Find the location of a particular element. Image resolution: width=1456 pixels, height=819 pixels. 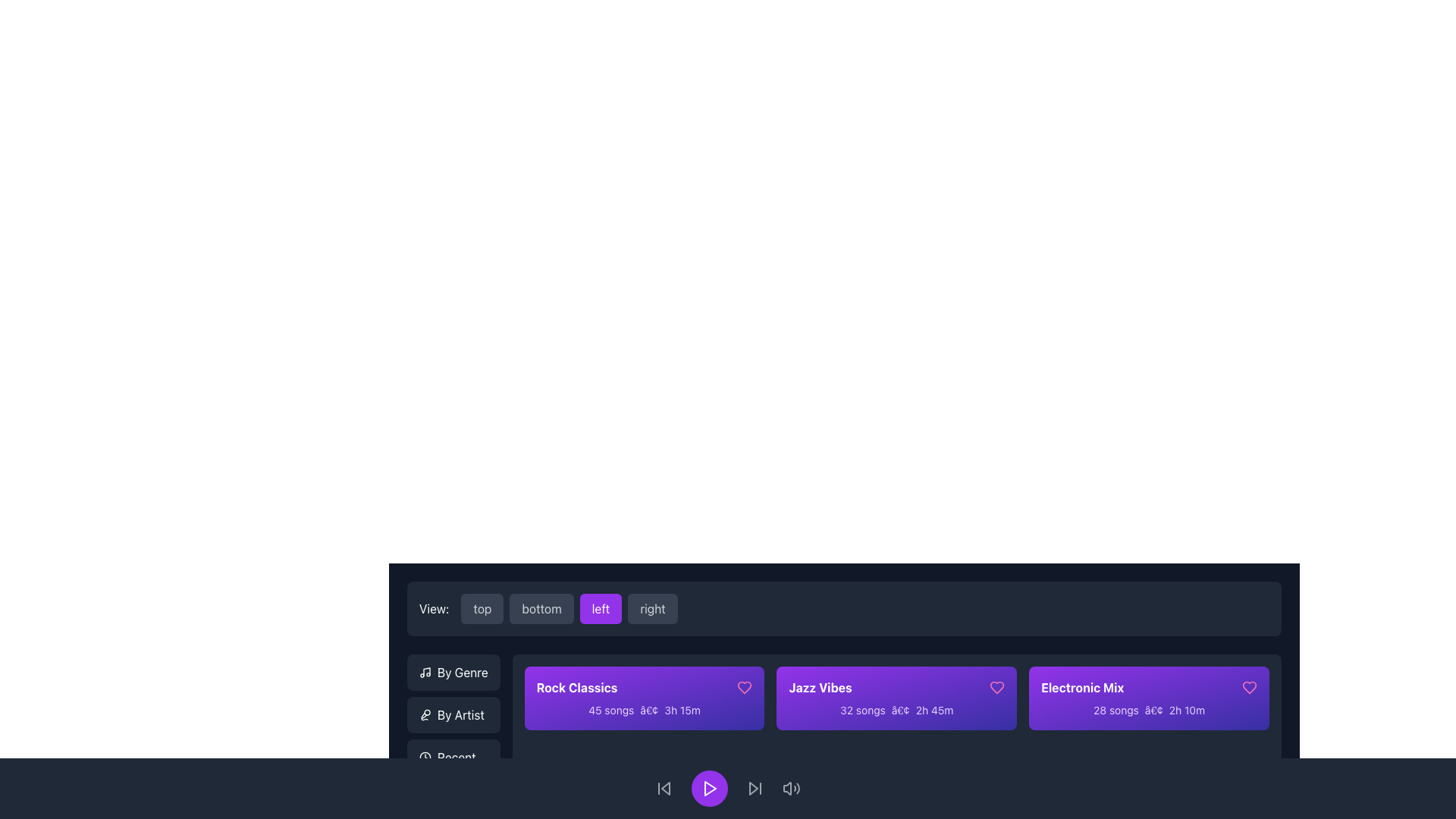

the bold, white text label reading 'Electronic Mix' which is centrally located within its card on the right side of the visible card row is located at coordinates (1081, 687).